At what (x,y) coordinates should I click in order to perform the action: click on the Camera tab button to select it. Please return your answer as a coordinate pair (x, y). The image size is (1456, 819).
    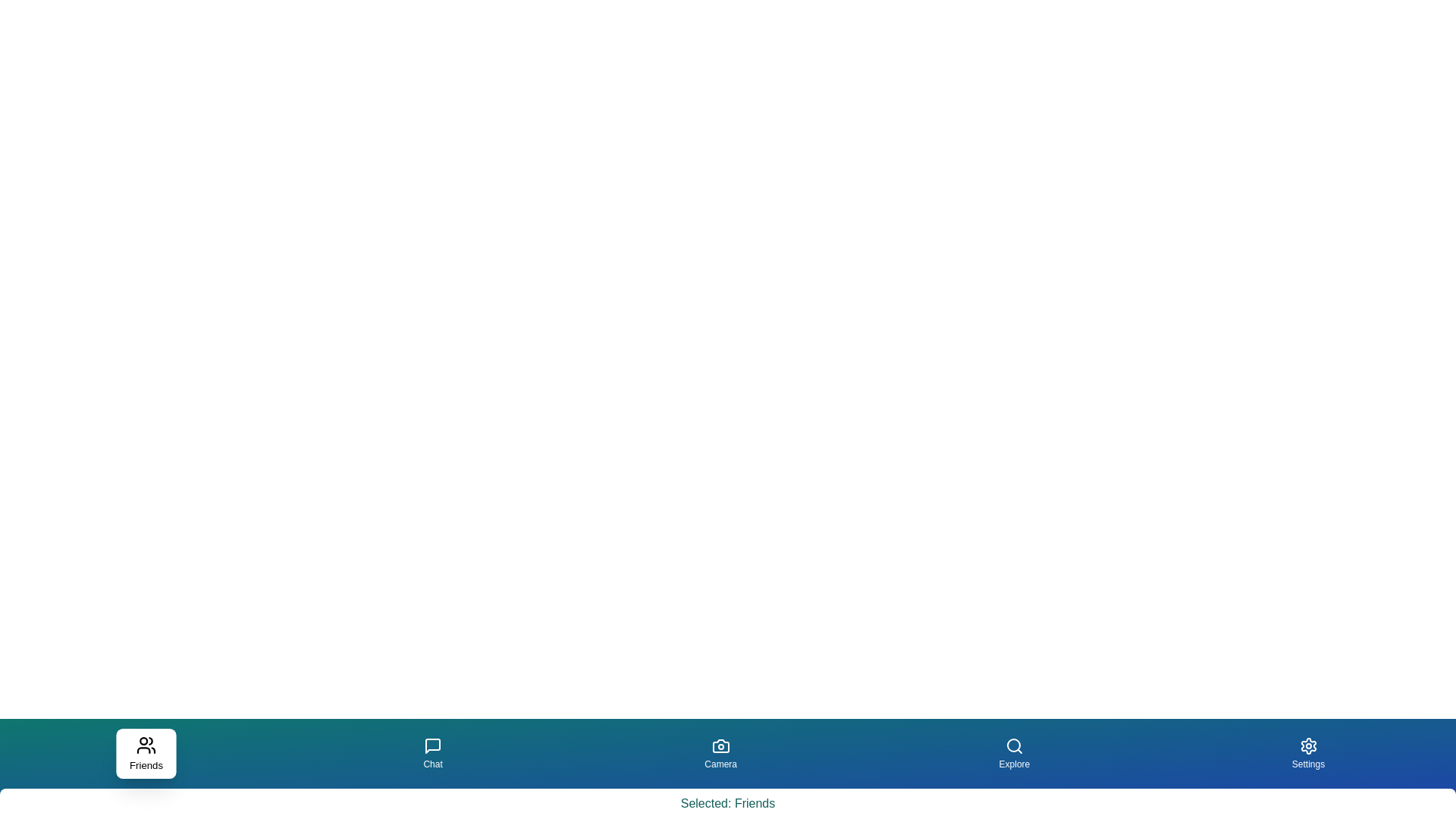
    Looking at the image, I should click on (720, 754).